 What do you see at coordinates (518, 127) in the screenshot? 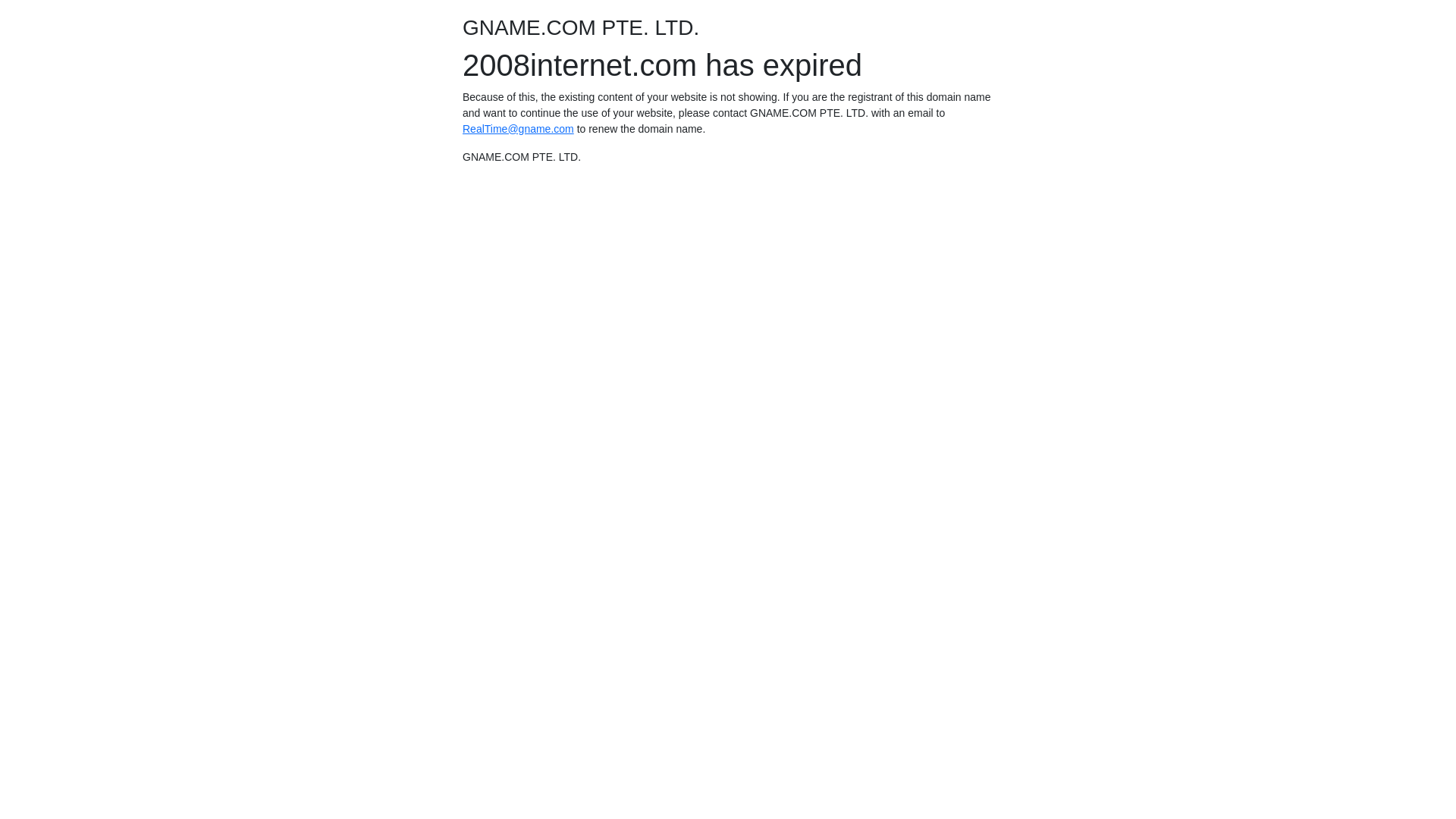
I see `'RealTime@gname.com'` at bounding box center [518, 127].